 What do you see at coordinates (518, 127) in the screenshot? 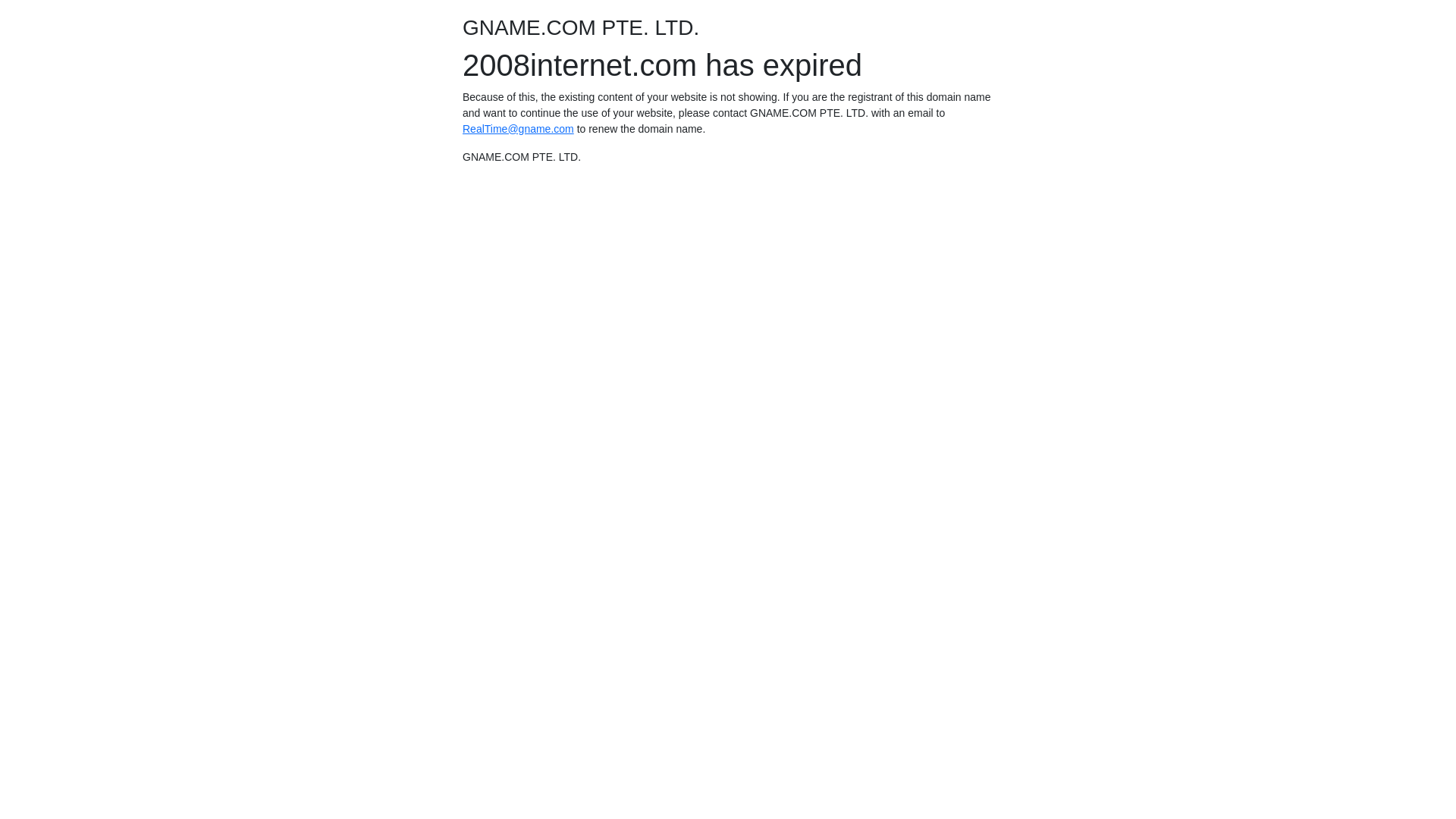
I see `'RealTime@gname.com'` at bounding box center [518, 127].